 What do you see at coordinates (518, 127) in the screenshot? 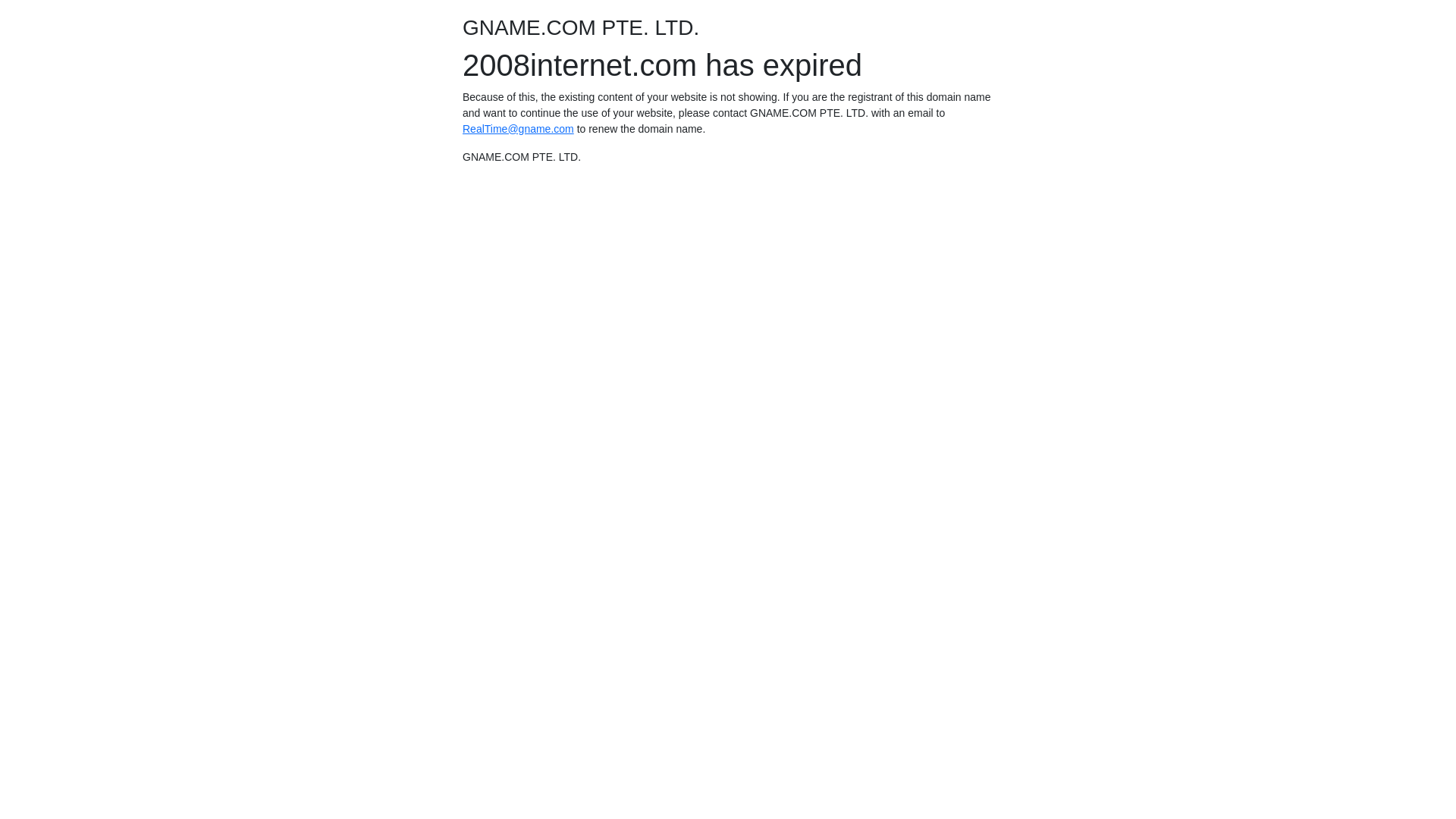
I see `'RealTime@gname.com'` at bounding box center [518, 127].